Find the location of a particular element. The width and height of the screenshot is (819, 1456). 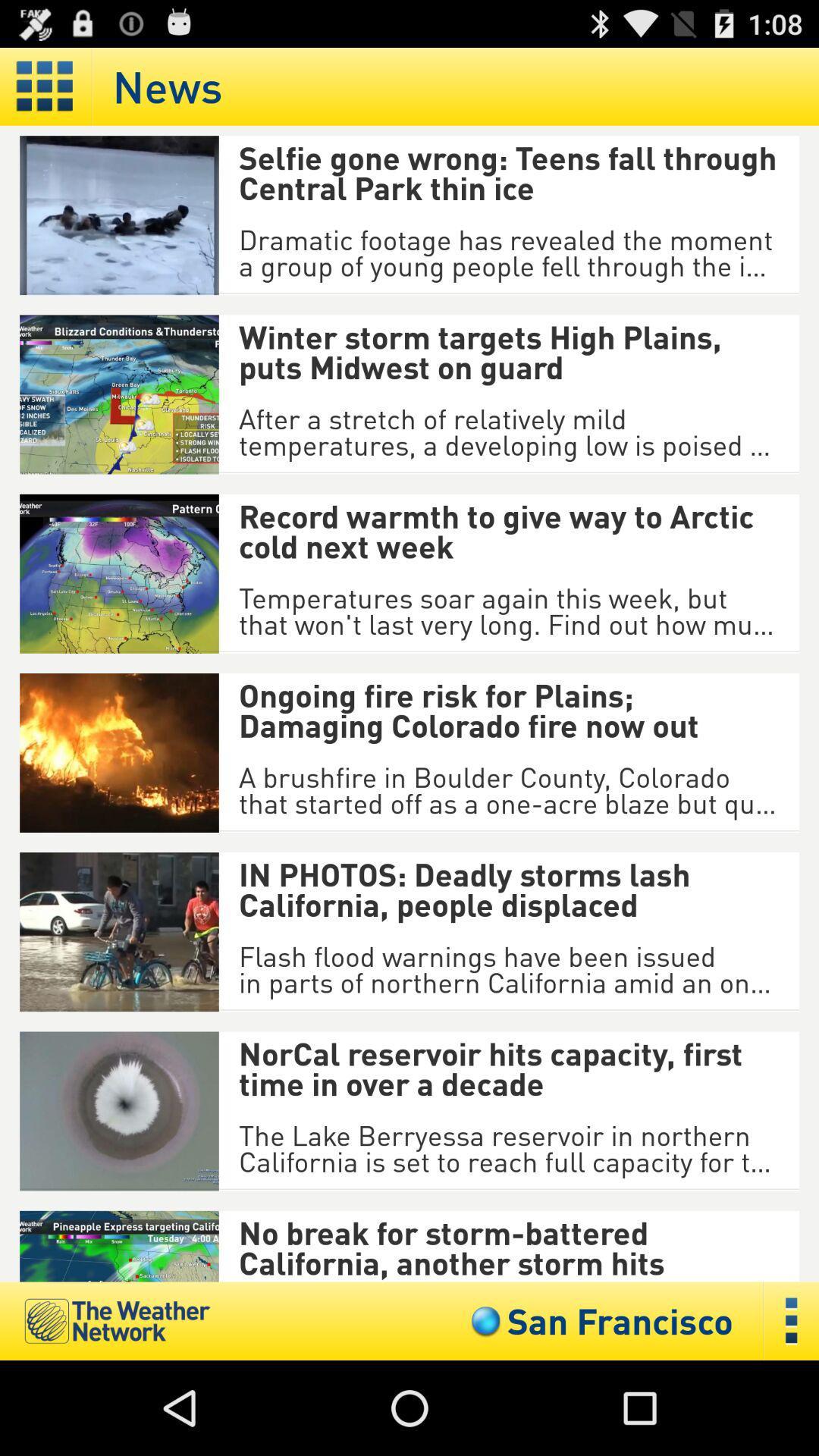

the more icon is located at coordinates (791, 1413).